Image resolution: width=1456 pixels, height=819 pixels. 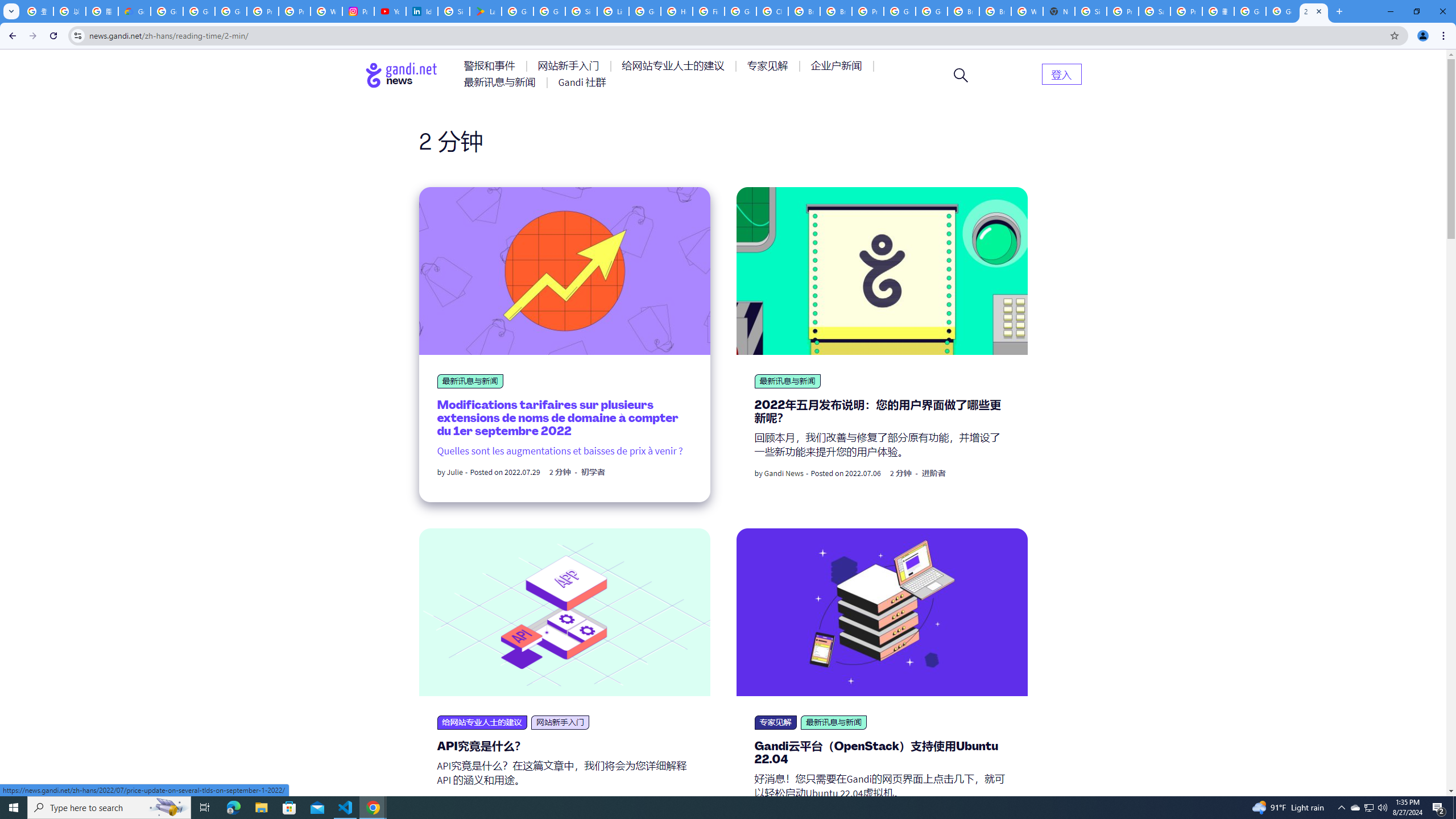 What do you see at coordinates (676, 11) in the screenshot?
I see `'How do I create a new Google Account? - Google Account Help'` at bounding box center [676, 11].